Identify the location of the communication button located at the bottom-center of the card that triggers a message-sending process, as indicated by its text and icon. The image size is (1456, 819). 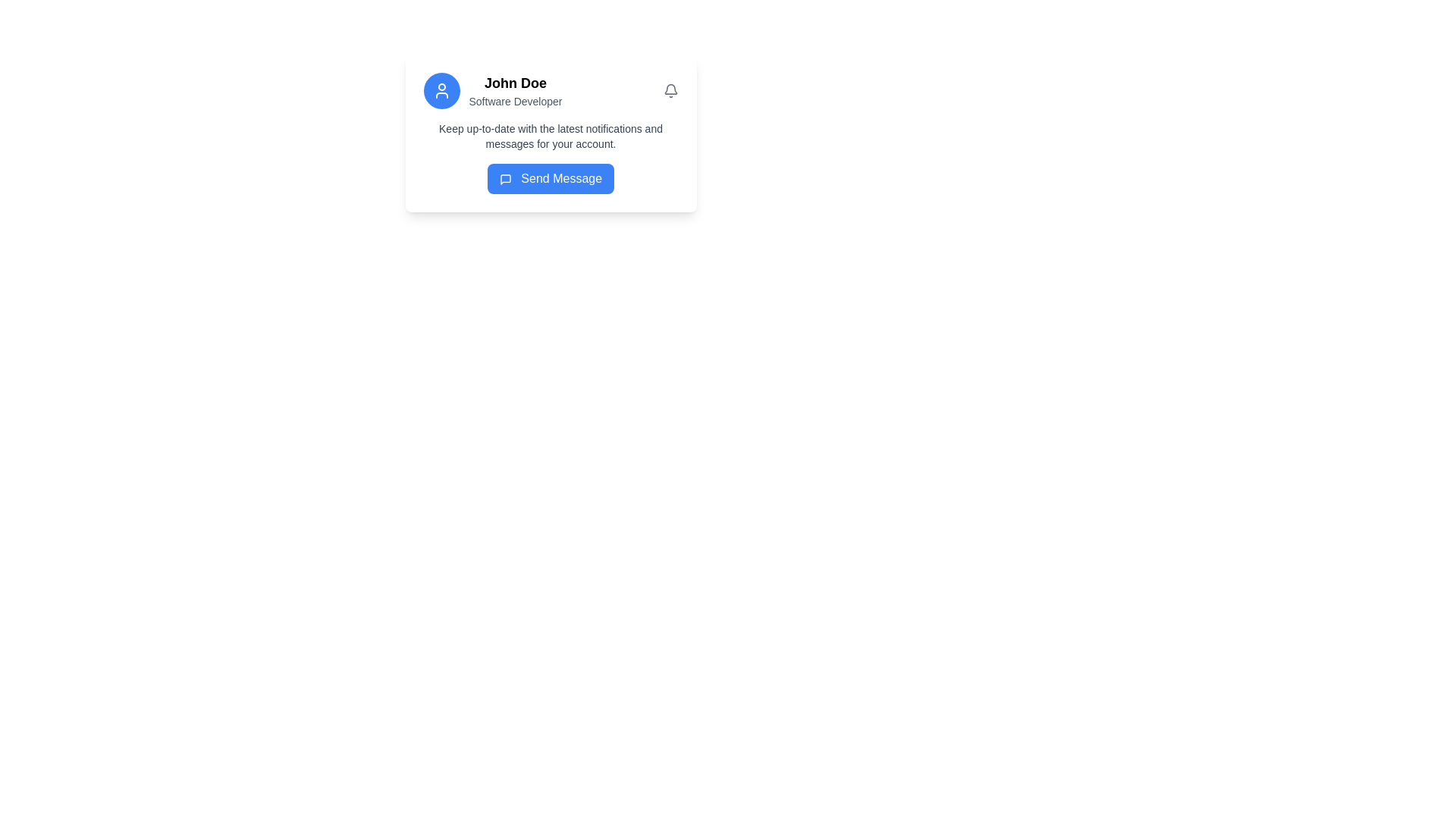
(550, 177).